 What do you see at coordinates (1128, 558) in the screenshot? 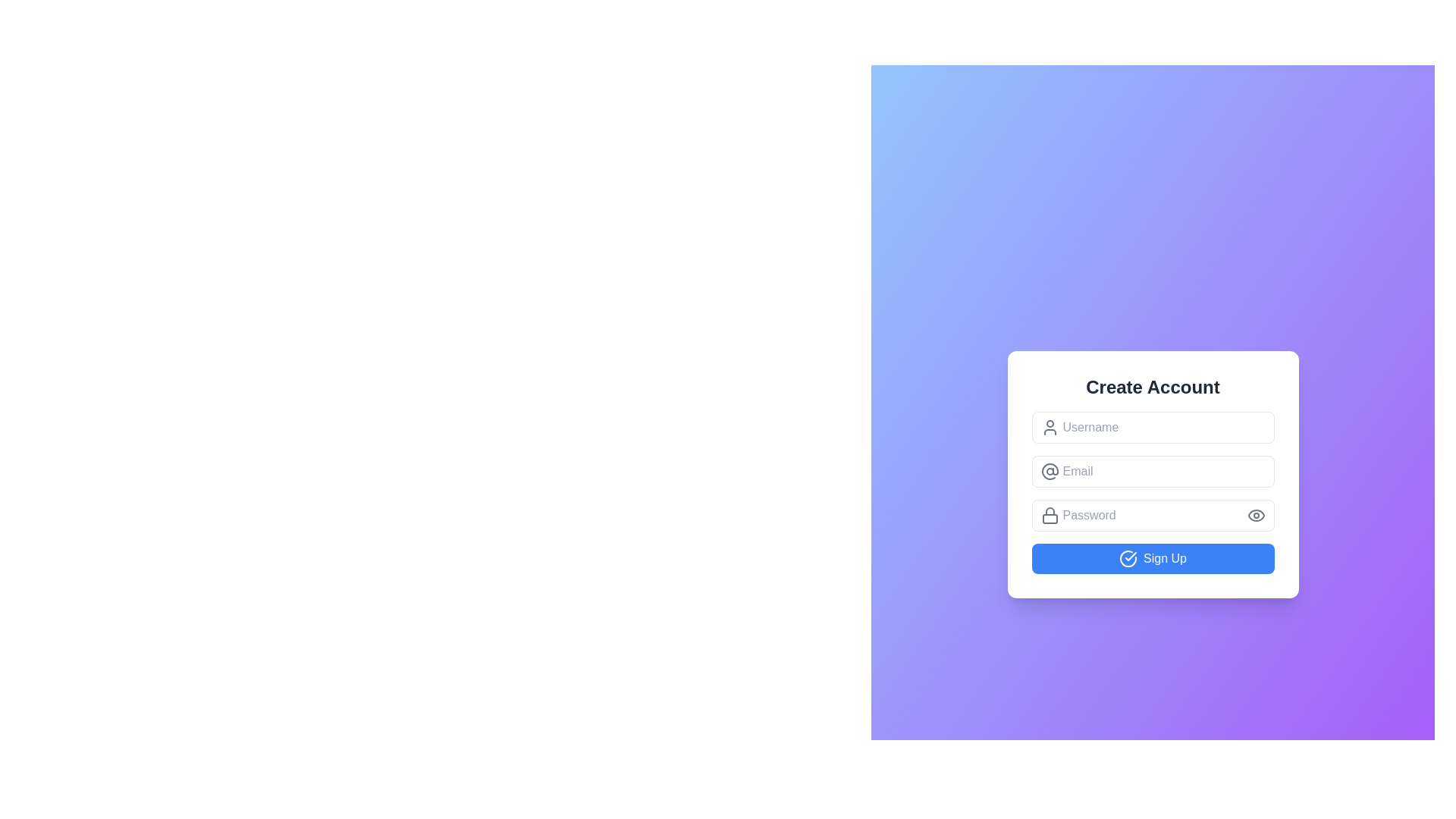
I see `the 'Sign Up' button by clicking on the decorative icon located to the left of the text 'Sign Up'` at bounding box center [1128, 558].